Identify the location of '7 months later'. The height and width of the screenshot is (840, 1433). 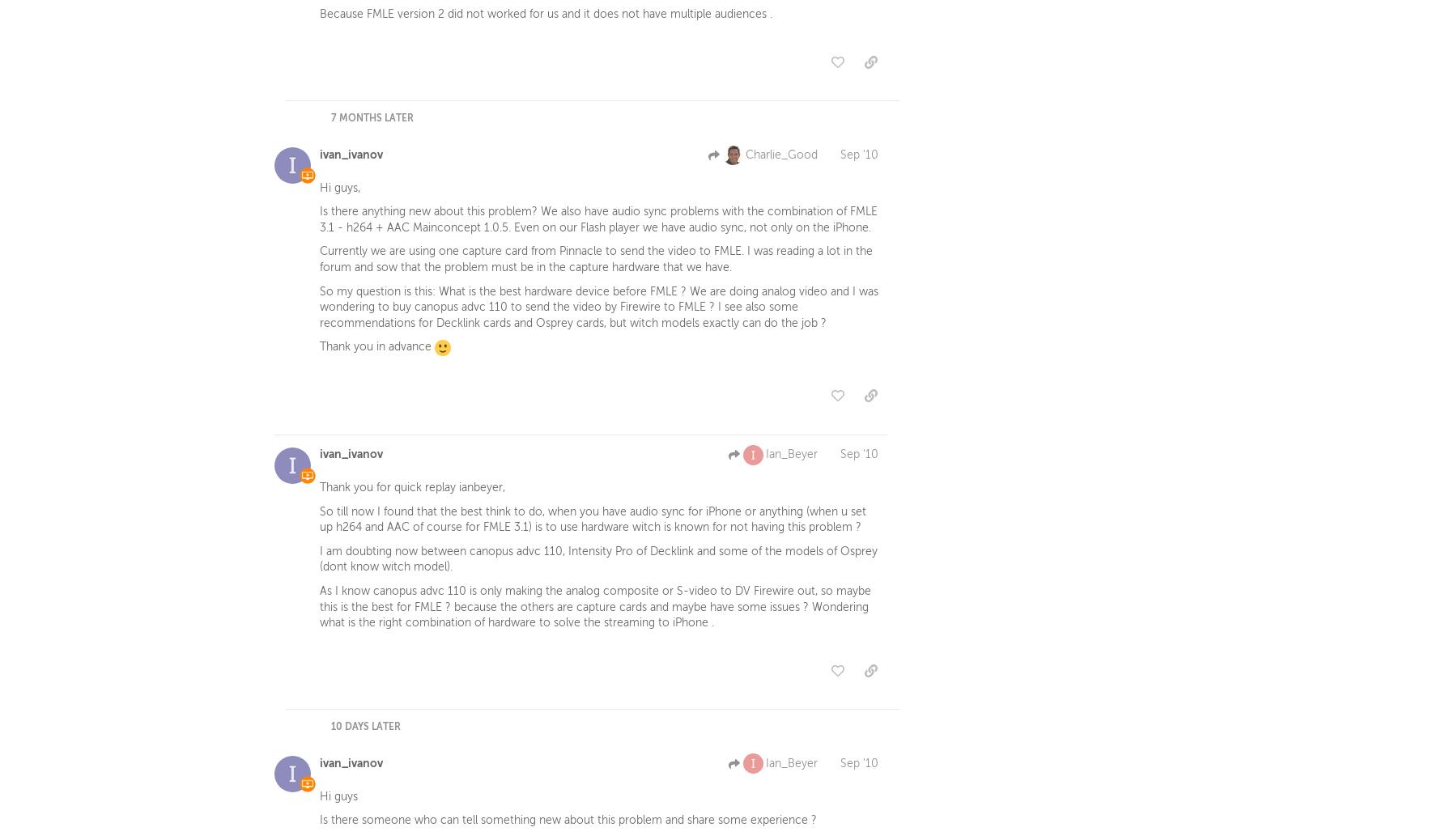
(372, 120).